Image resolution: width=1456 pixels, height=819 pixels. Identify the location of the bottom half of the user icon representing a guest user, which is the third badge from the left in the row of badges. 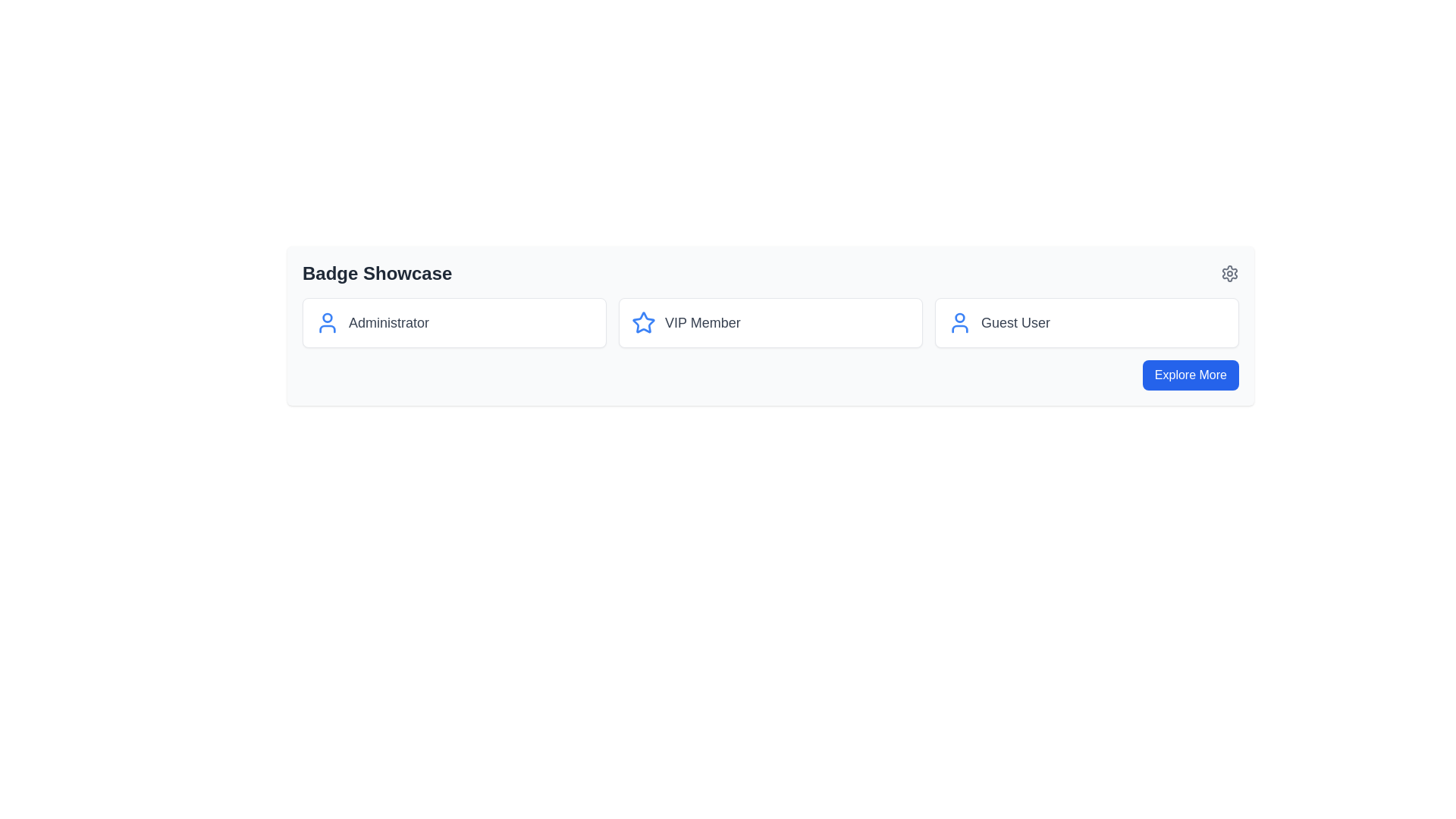
(959, 328).